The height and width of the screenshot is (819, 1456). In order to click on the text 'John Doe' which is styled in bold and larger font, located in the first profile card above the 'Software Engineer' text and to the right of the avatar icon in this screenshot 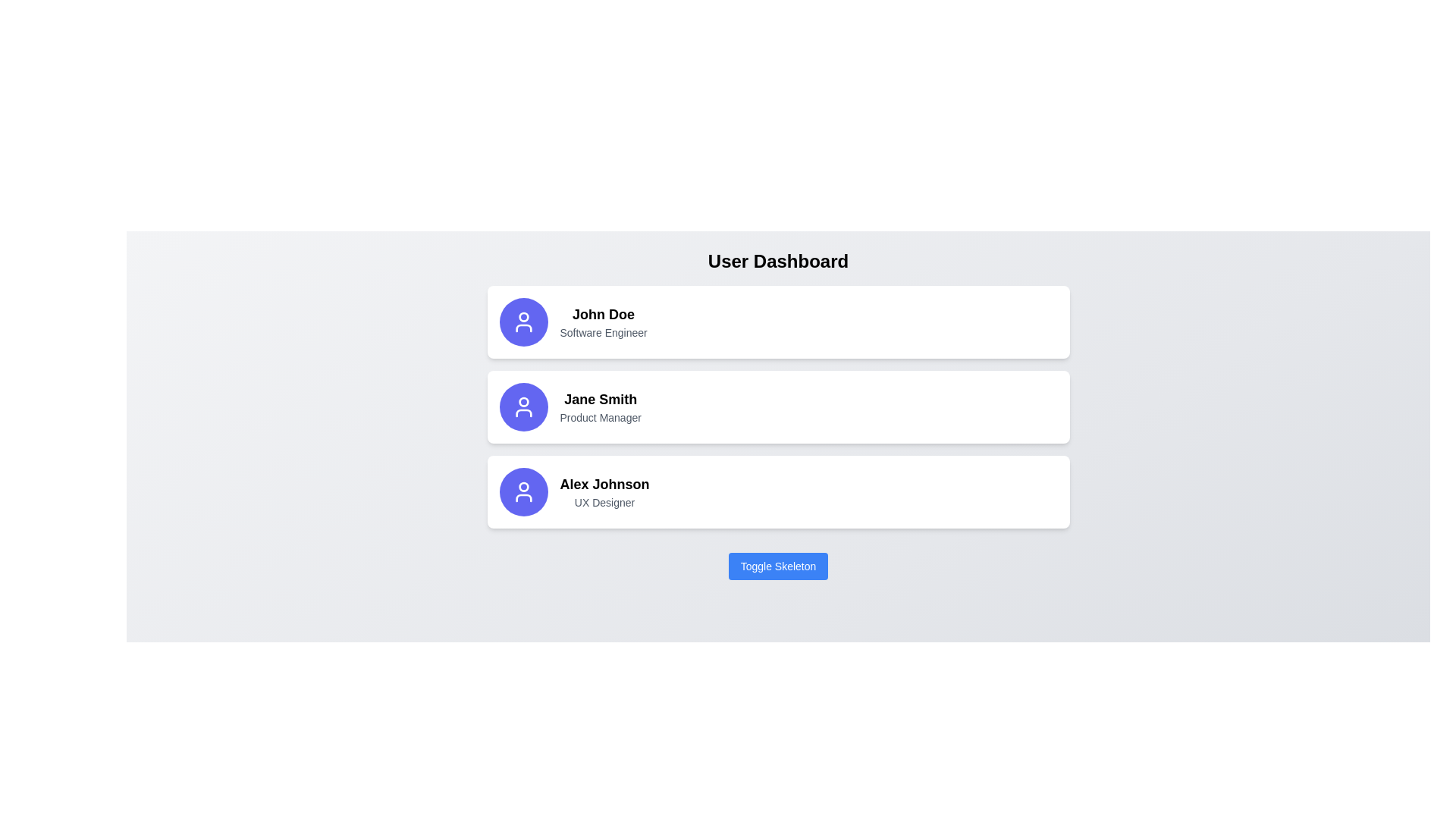, I will do `click(603, 314)`.